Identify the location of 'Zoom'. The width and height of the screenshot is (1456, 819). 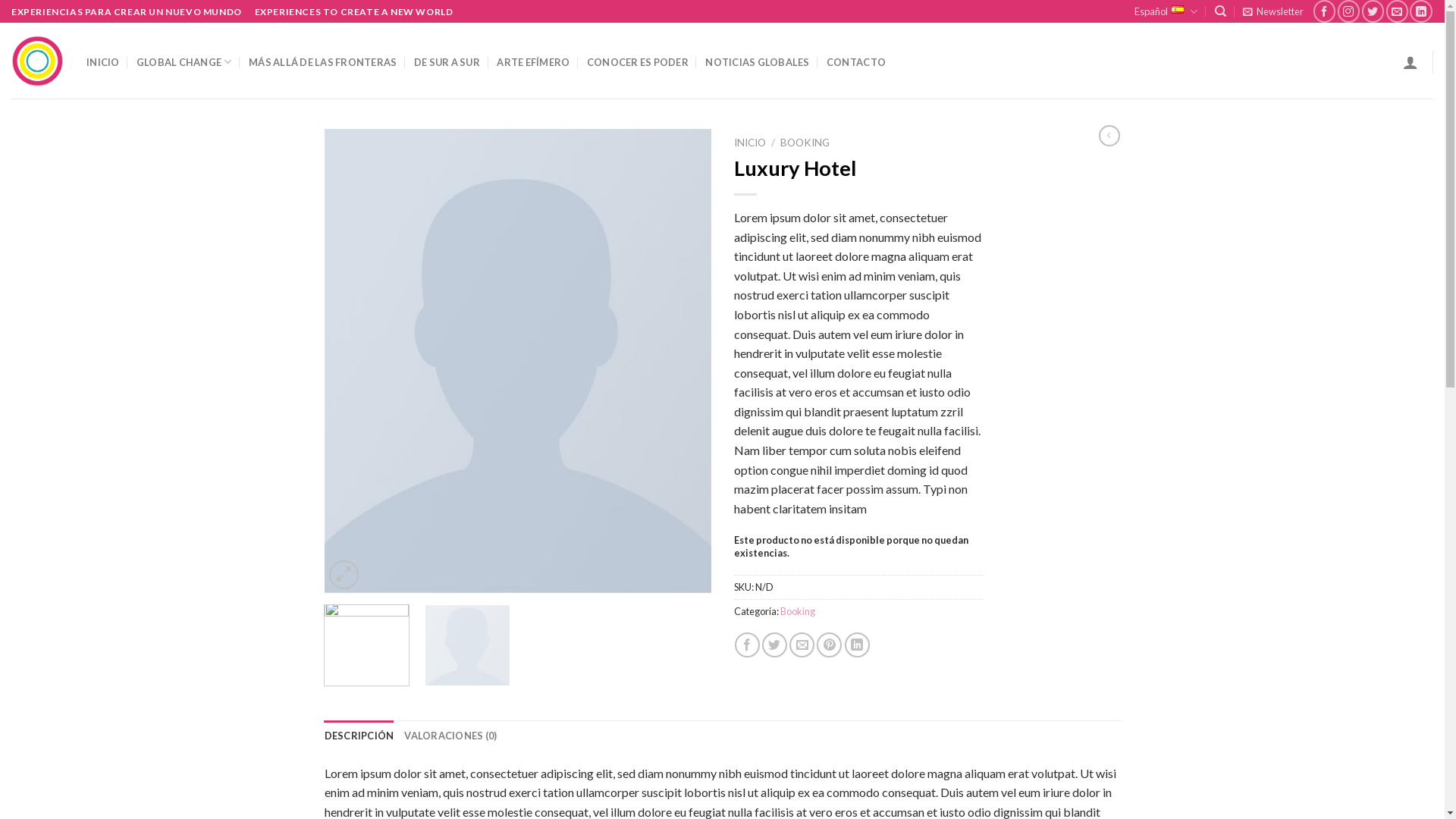
(343, 575).